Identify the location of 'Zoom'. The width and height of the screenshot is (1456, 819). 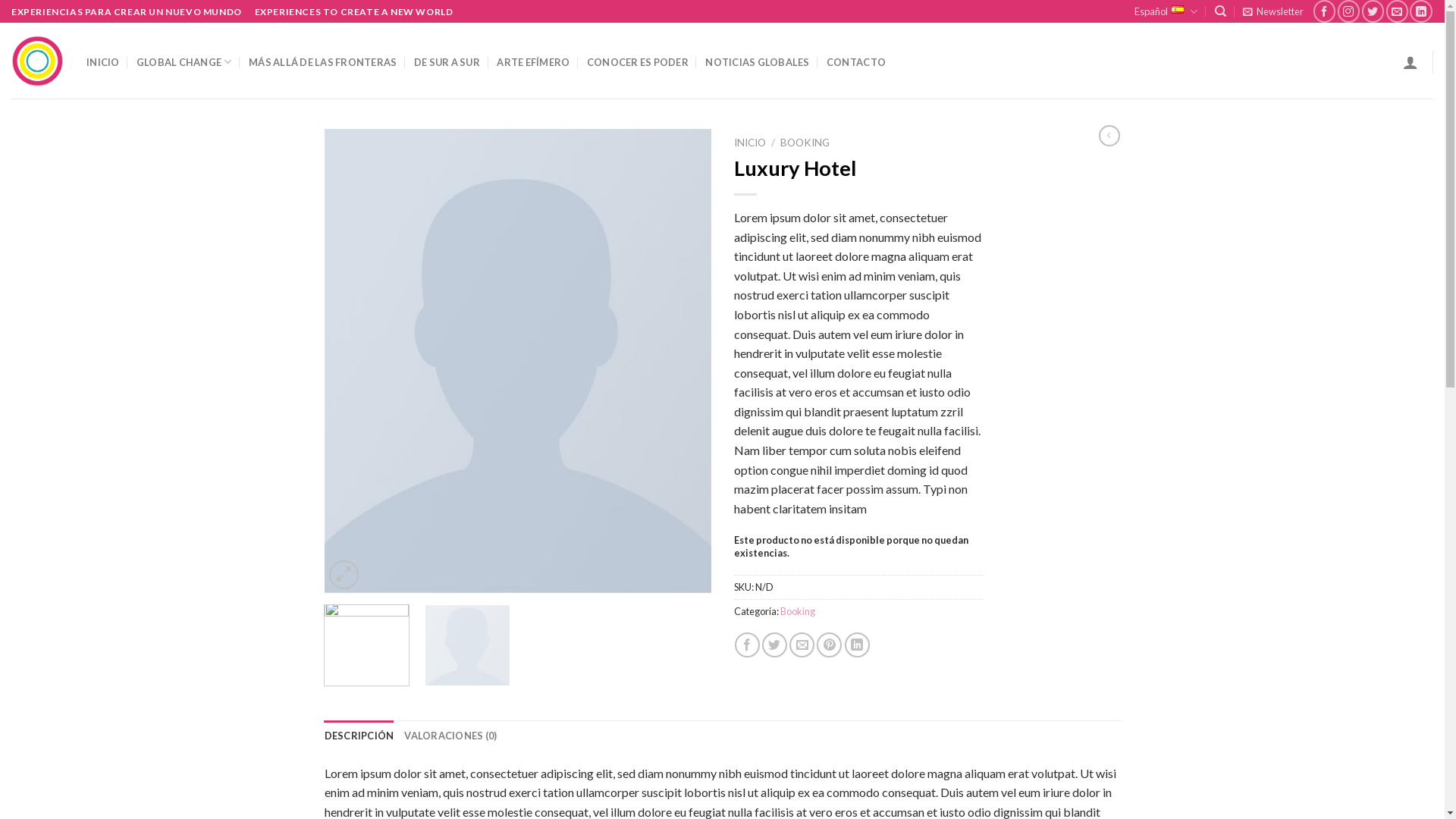
(343, 575).